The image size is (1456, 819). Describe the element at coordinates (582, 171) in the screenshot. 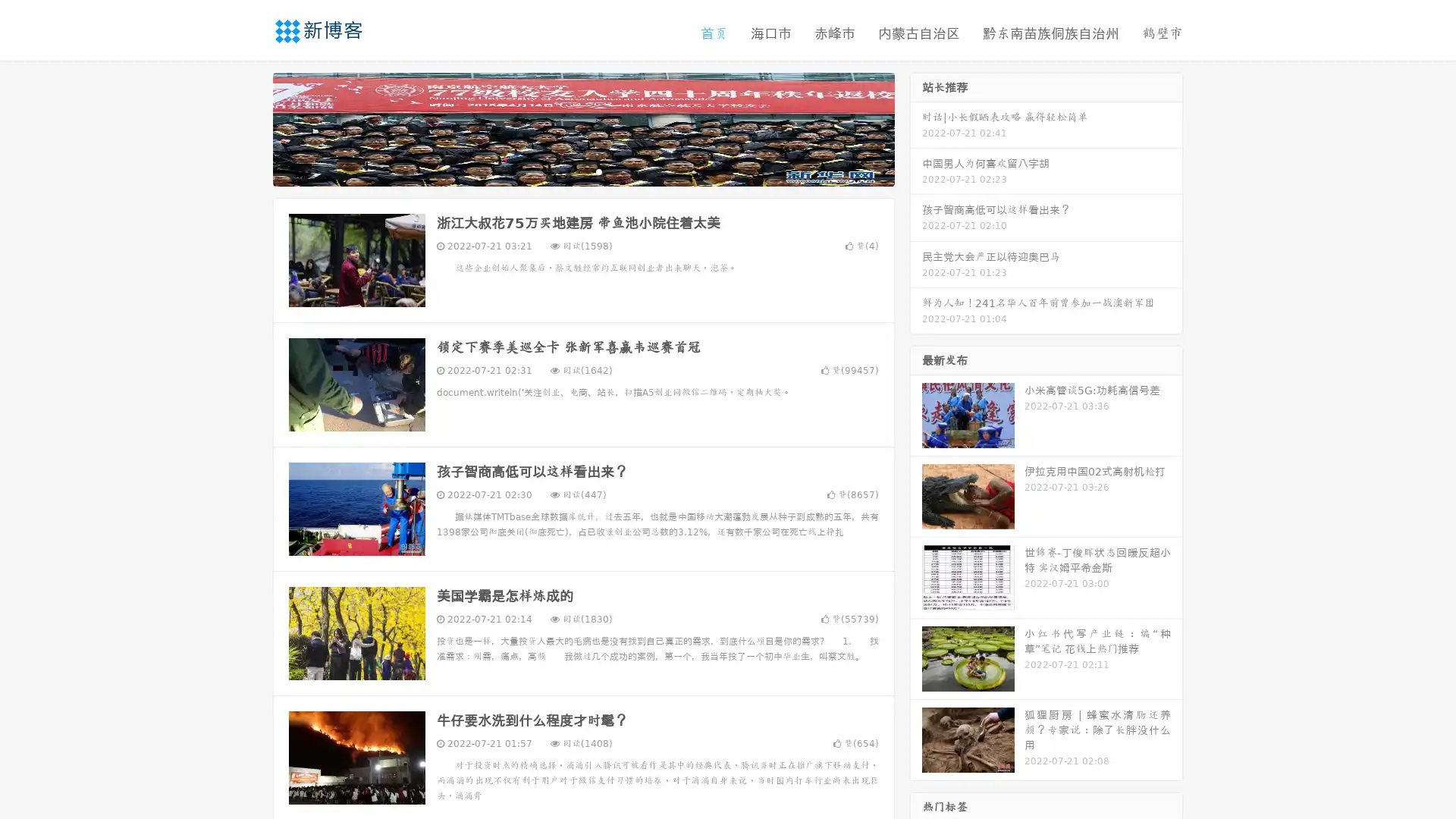

I see `Go to slide 2` at that location.